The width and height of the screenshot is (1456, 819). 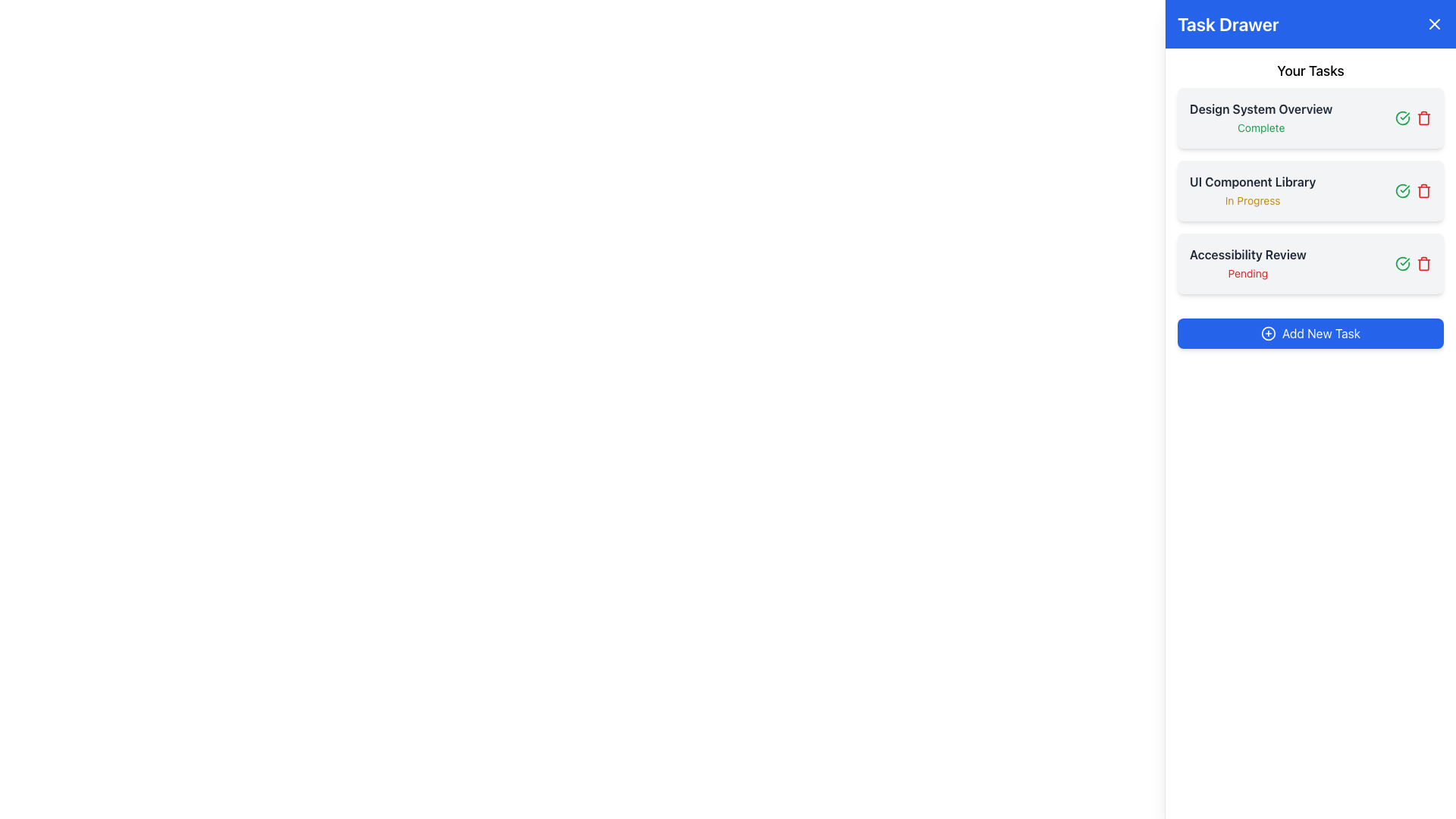 I want to click on the task item titled 'Accessibility Review' with the status 'Pending' in the Task Drawer panel, so click(x=1247, y=262).